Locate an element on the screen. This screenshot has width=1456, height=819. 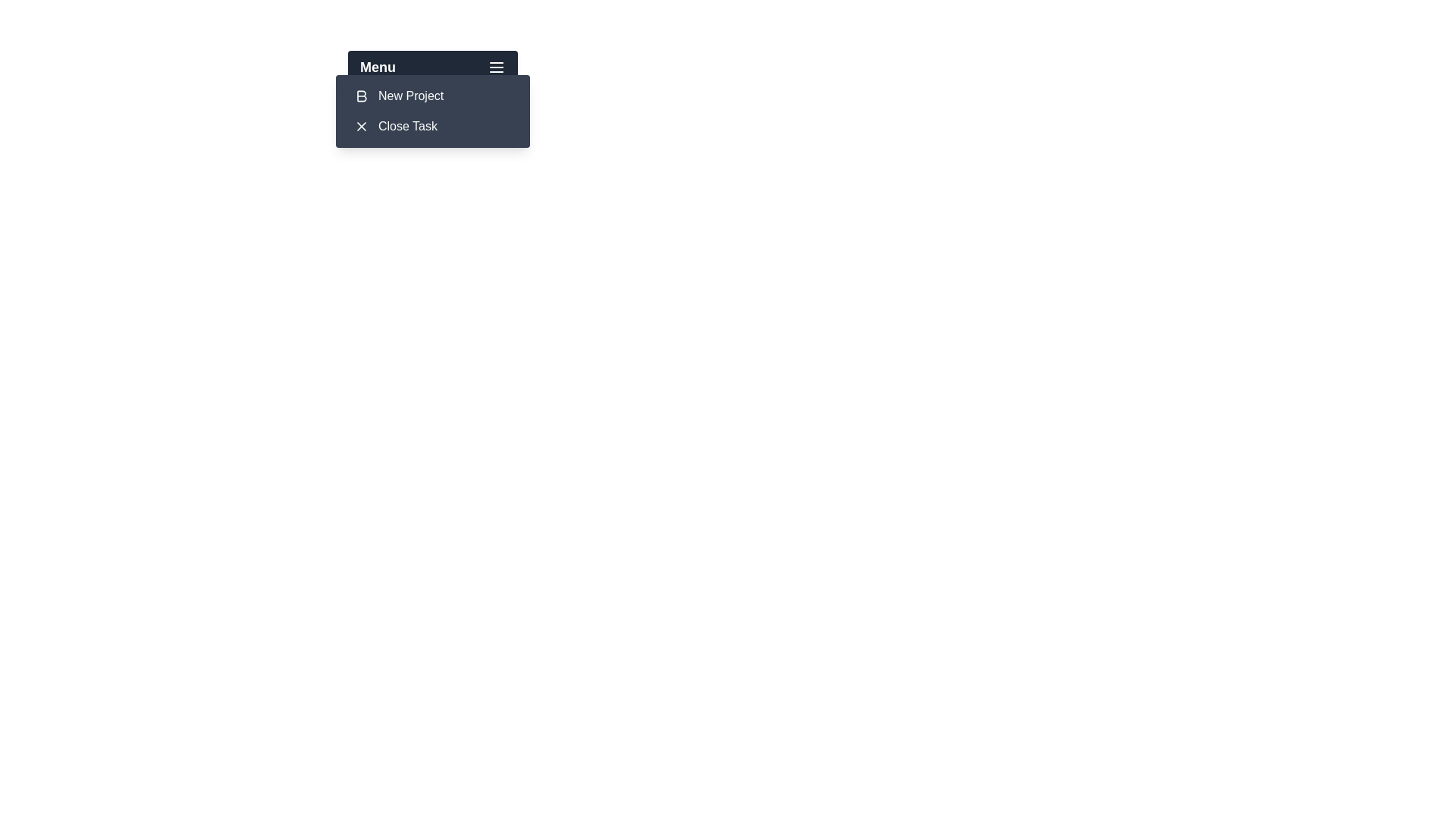
the graphical icon within the SVG element that indicates a close or cancel action, located under the 'Close Task' label in the dropdown menu is located at coordinates (360, 125).